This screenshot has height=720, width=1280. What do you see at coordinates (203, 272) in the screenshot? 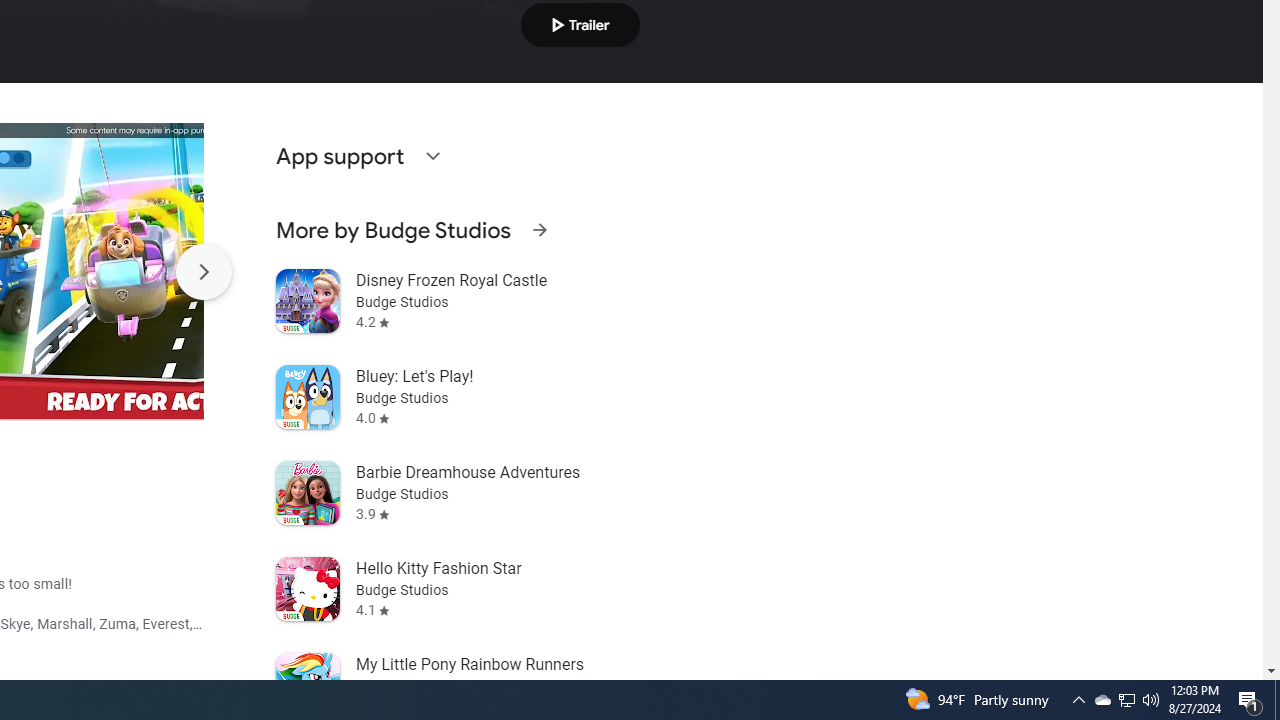
I see `'Scroll Next'` at bounding box center [203, 272].